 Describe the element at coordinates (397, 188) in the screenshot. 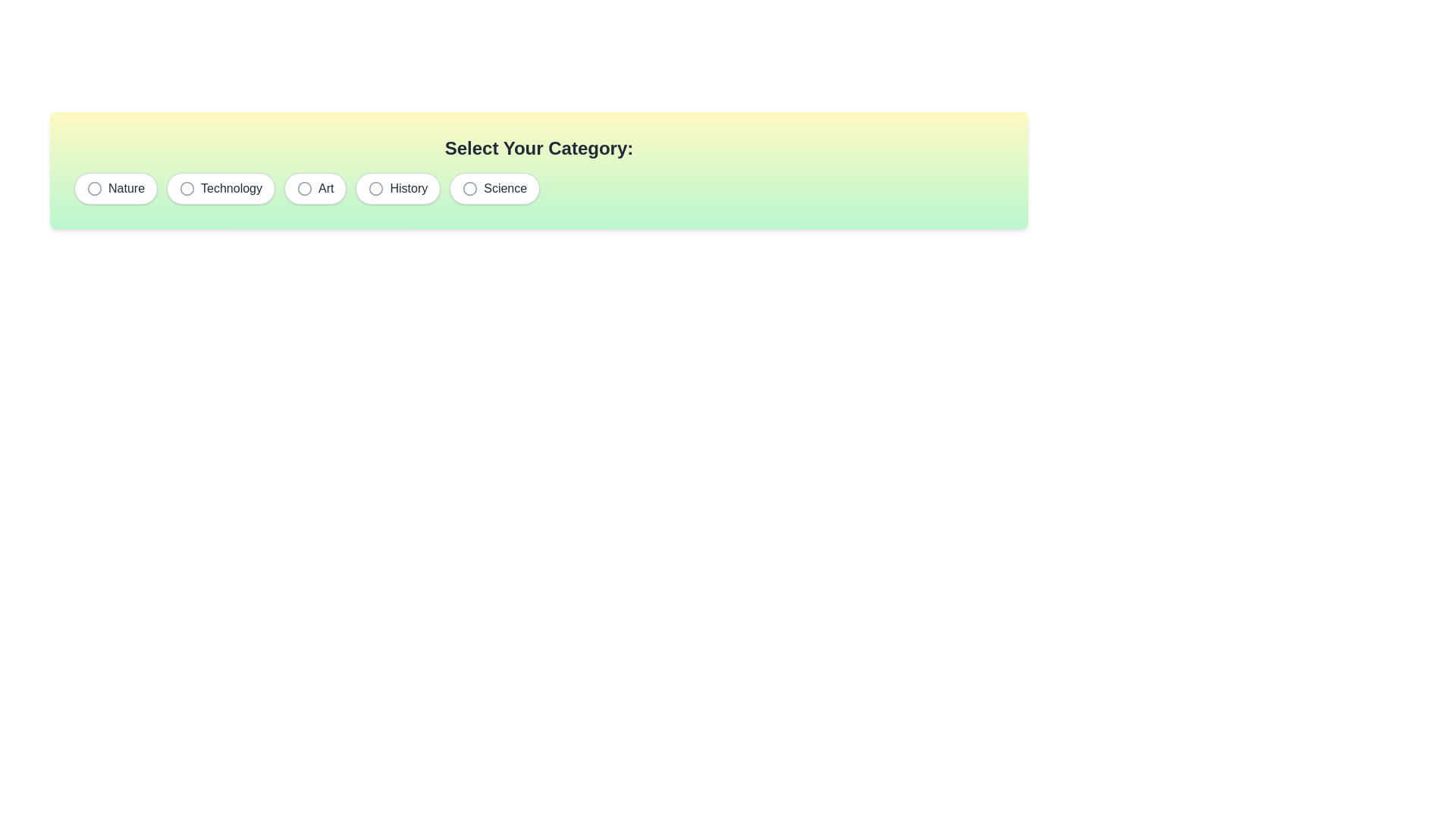

I see `the chip labeled History` at that location.